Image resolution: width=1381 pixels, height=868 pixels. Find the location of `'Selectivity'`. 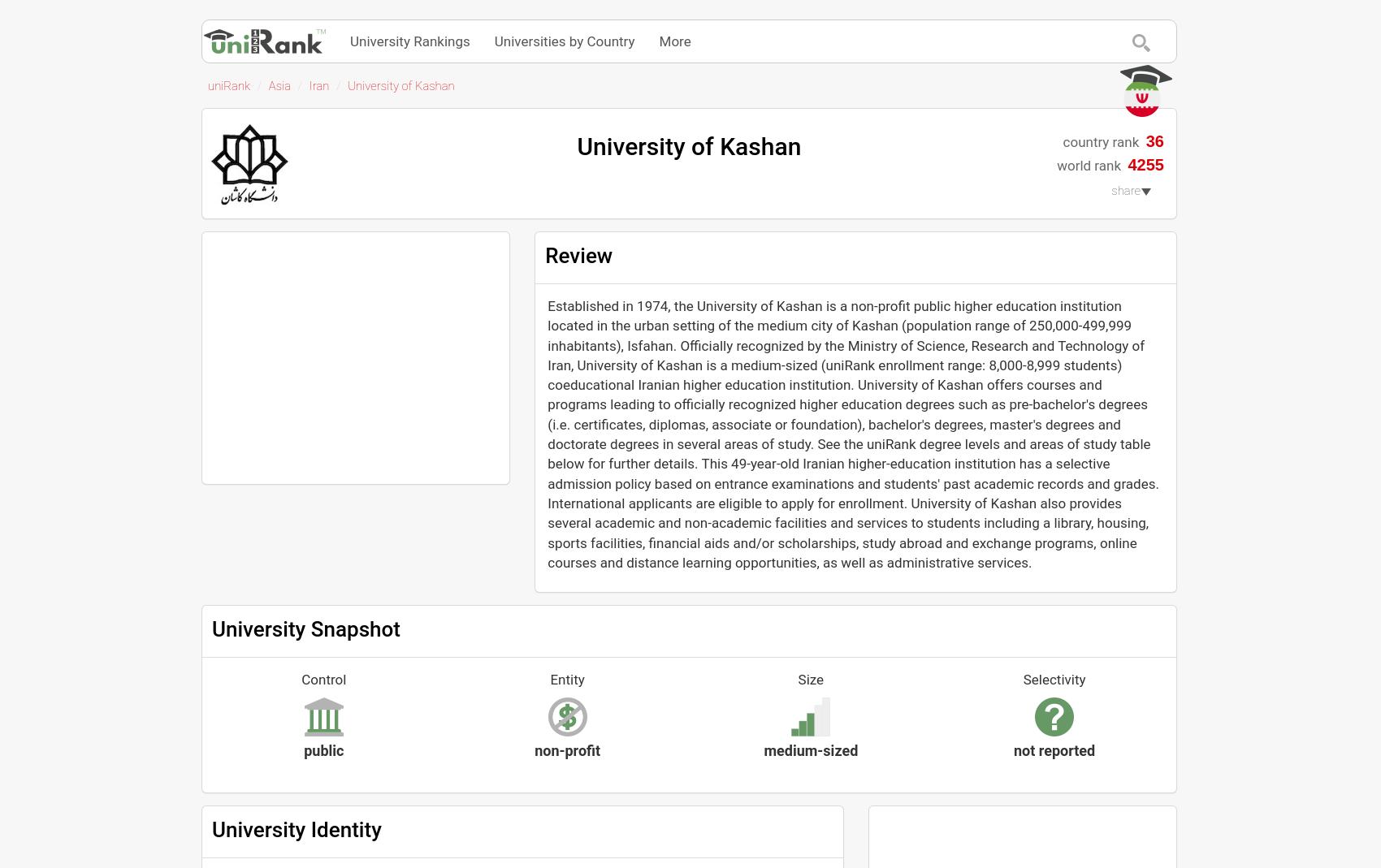

'Selectivity' is located at coordinates (1054, 680).